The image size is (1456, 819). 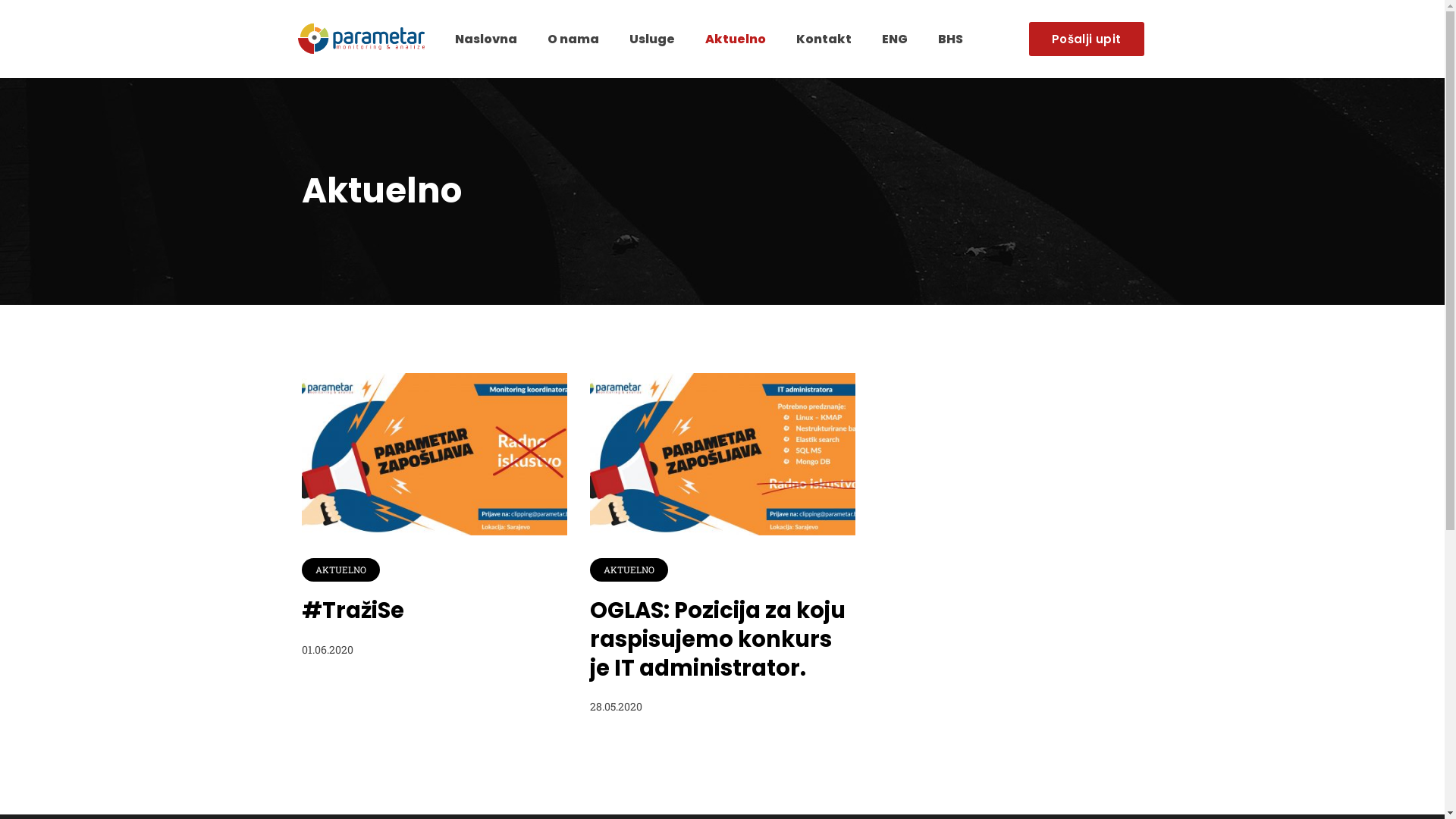 I want to click on 'O nama', so click(x=572, y=38).